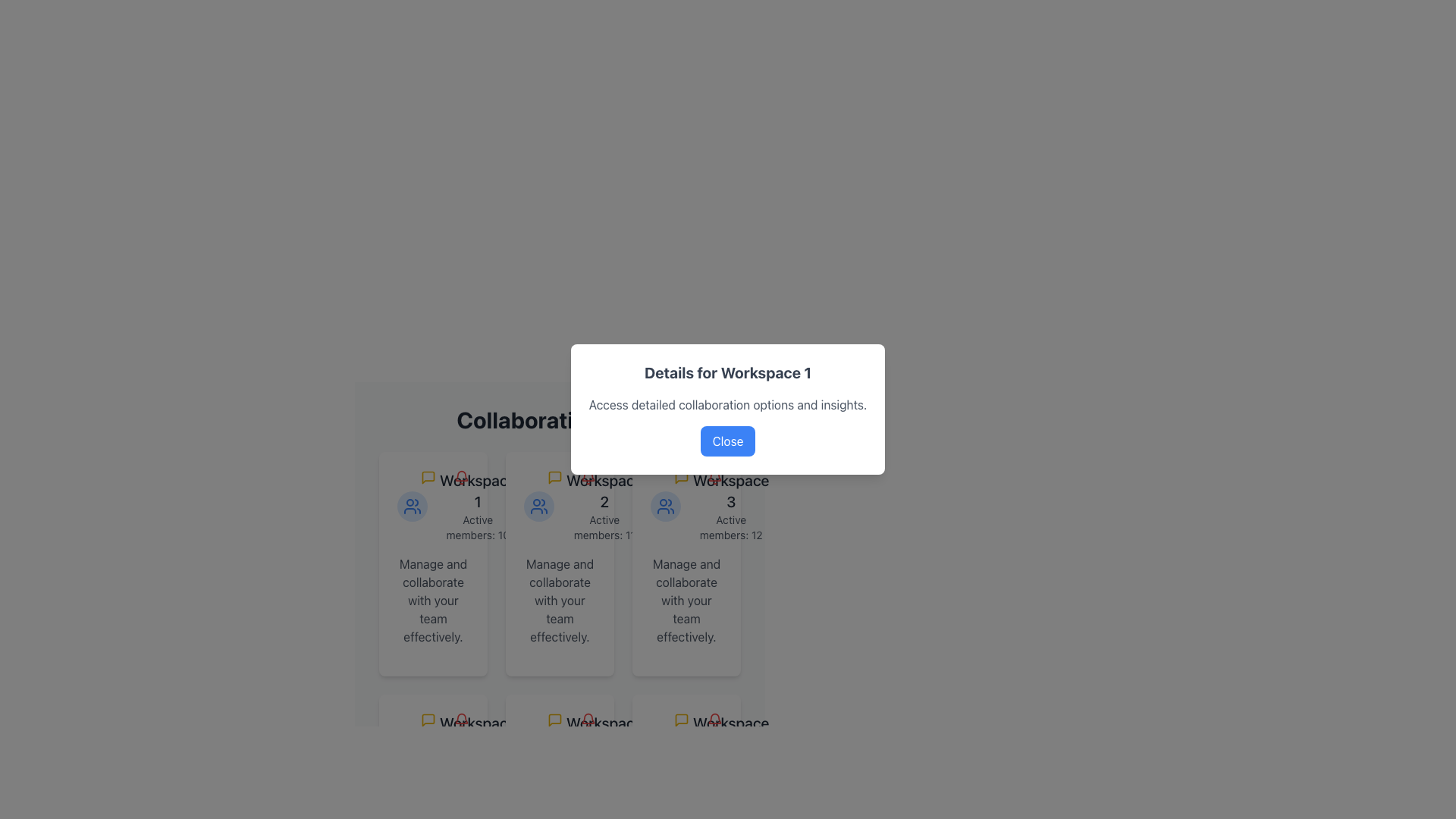 The width and height of the screenshot is (1456, 819). What do you see at coordinates (686, 599) in the screenshot?
I see `the static Text Label providing information about 'Workspace 3', which is located below 'Active members: 12'` at bounding box center [686, 599].